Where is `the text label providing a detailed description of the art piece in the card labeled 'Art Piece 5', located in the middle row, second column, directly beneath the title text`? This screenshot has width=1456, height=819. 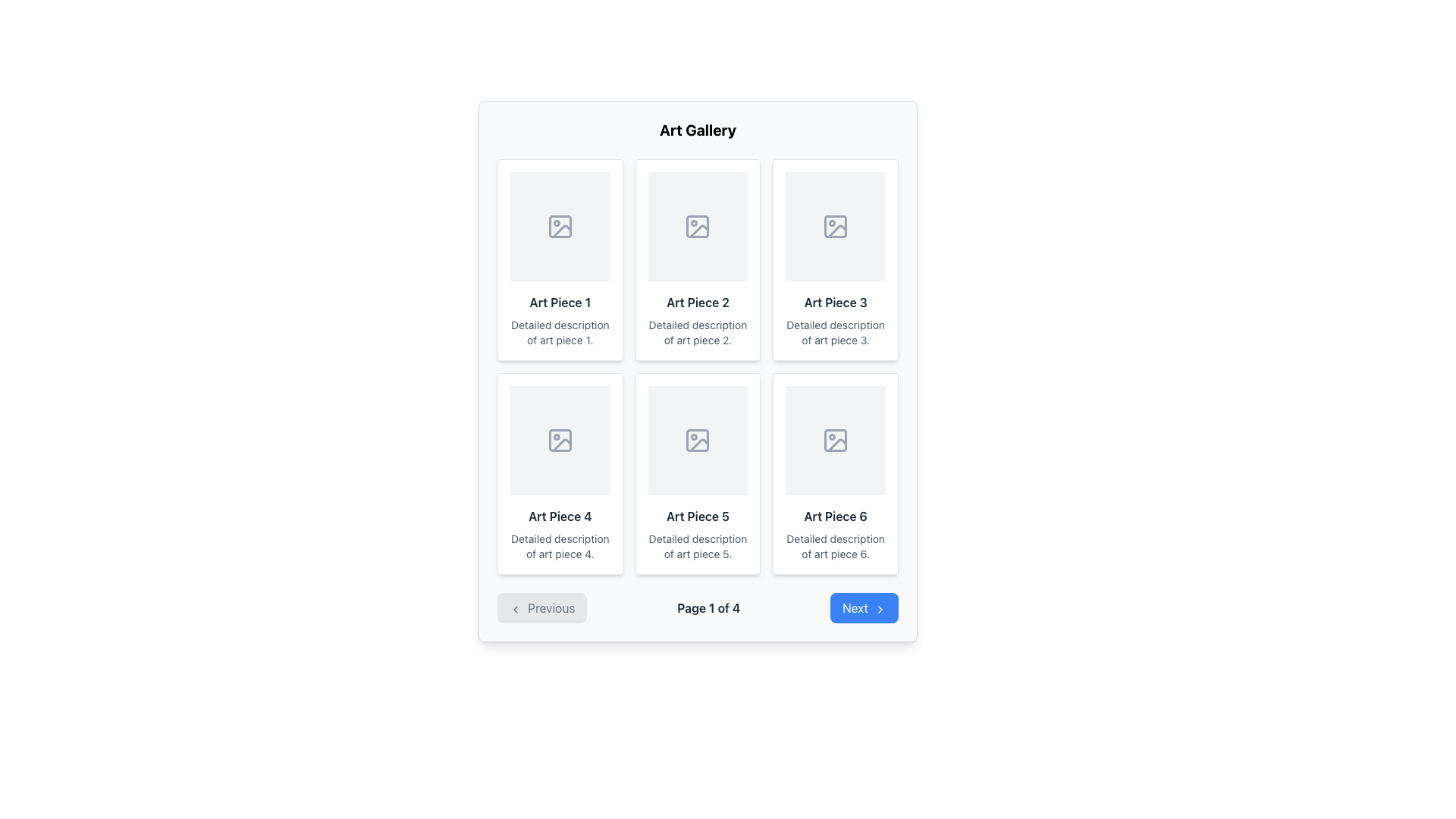
the text label providing a detailed description of the art piece in the card labeled 'Art Piece 5', located in the middle row, second column, directly beneath the title text is located at coordinates (697, 547).